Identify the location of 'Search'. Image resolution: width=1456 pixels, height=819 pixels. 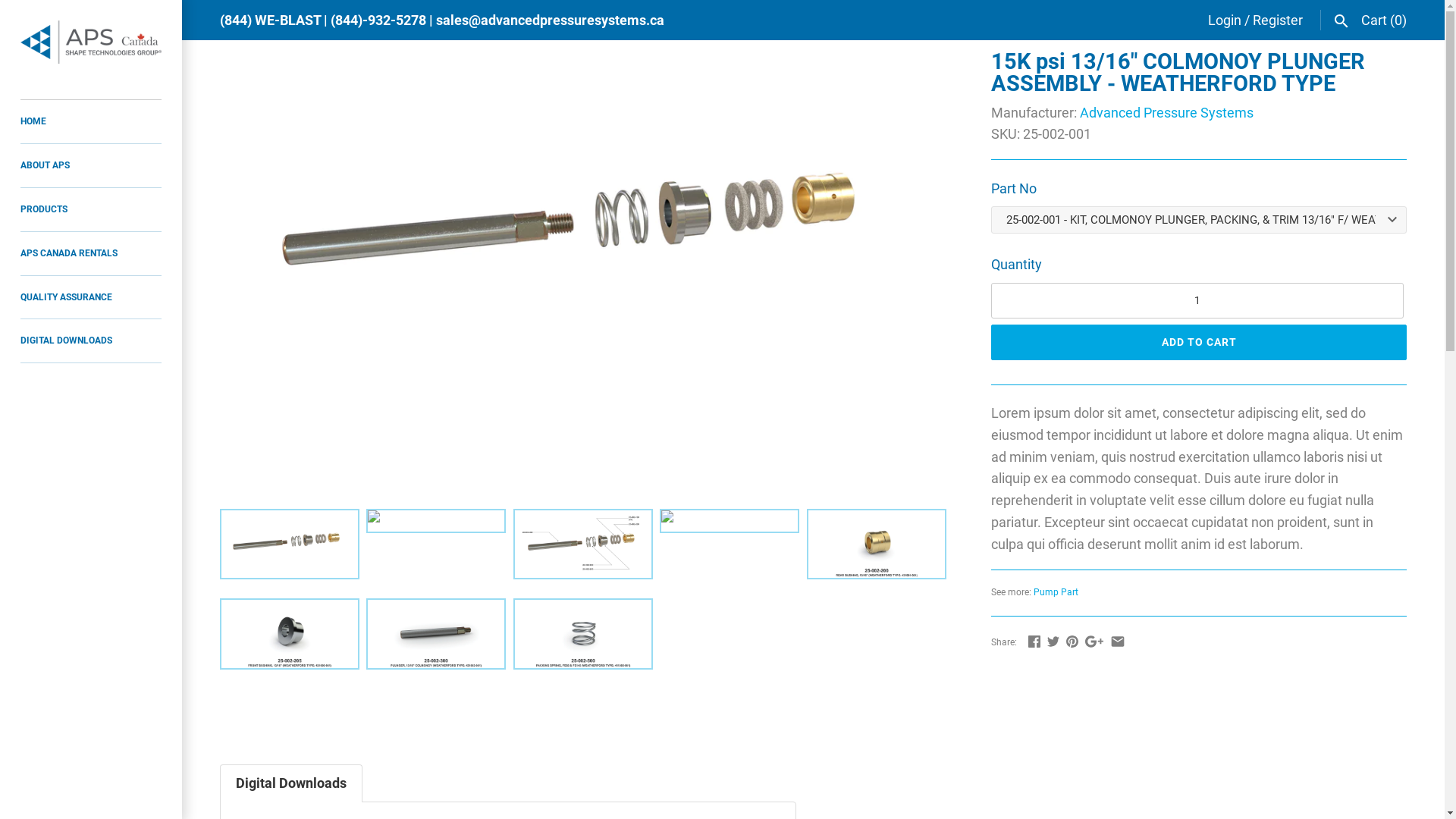
(1341, 20).